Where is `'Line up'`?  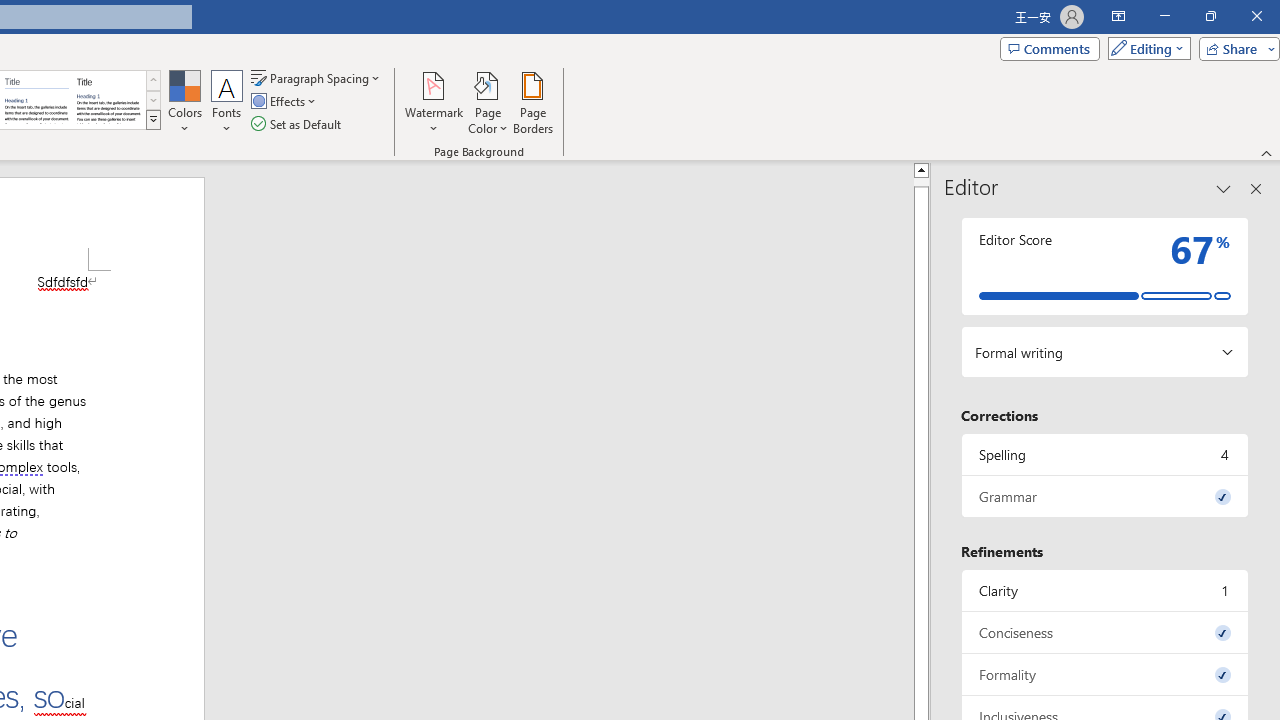
'Line up' is located at coordinates (920, 168).